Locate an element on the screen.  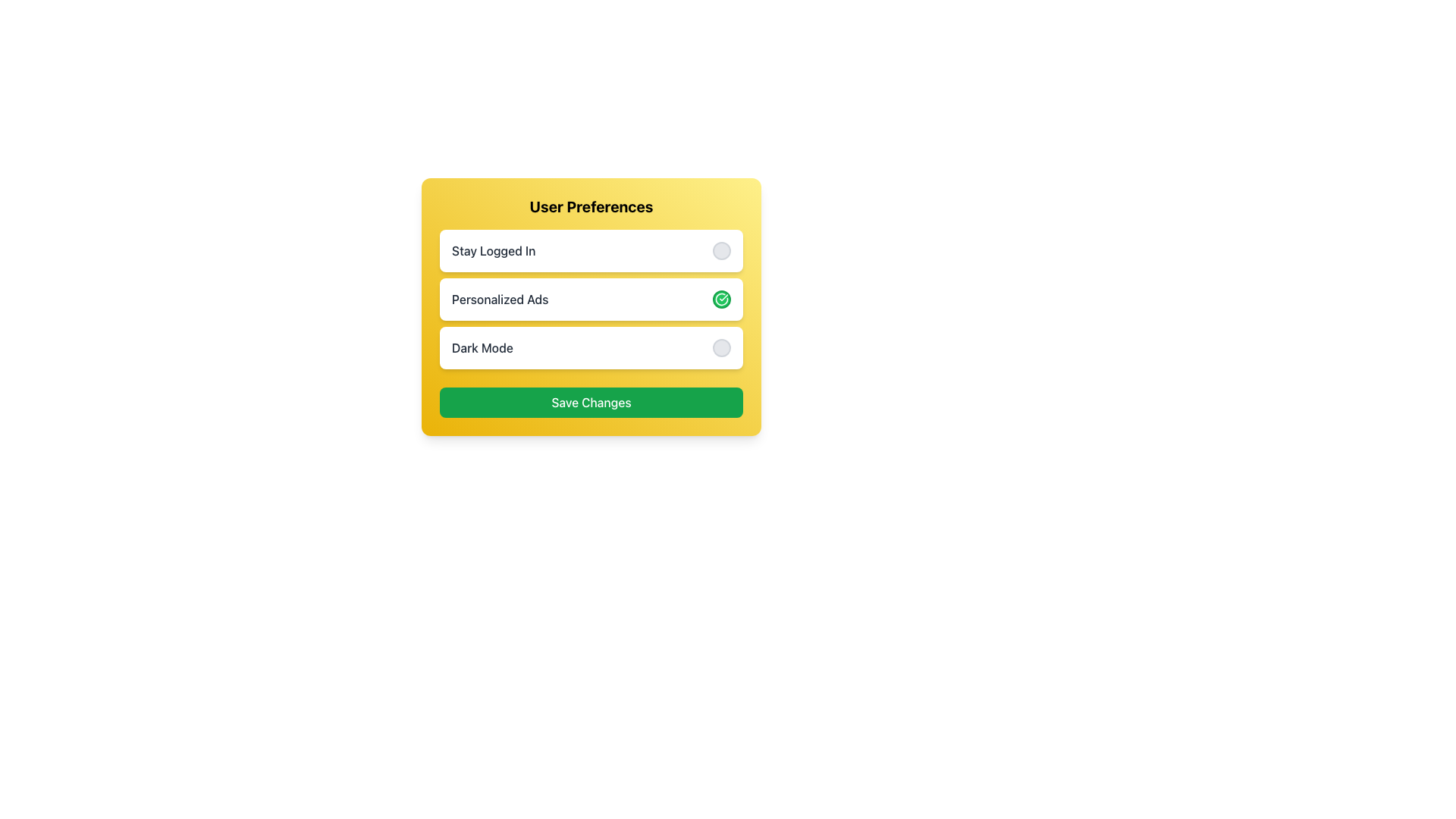
the circular toggle button with a light gray background and gray border, located in the settings panel for 'Dark Mode' is located at coordinates (720, 348).